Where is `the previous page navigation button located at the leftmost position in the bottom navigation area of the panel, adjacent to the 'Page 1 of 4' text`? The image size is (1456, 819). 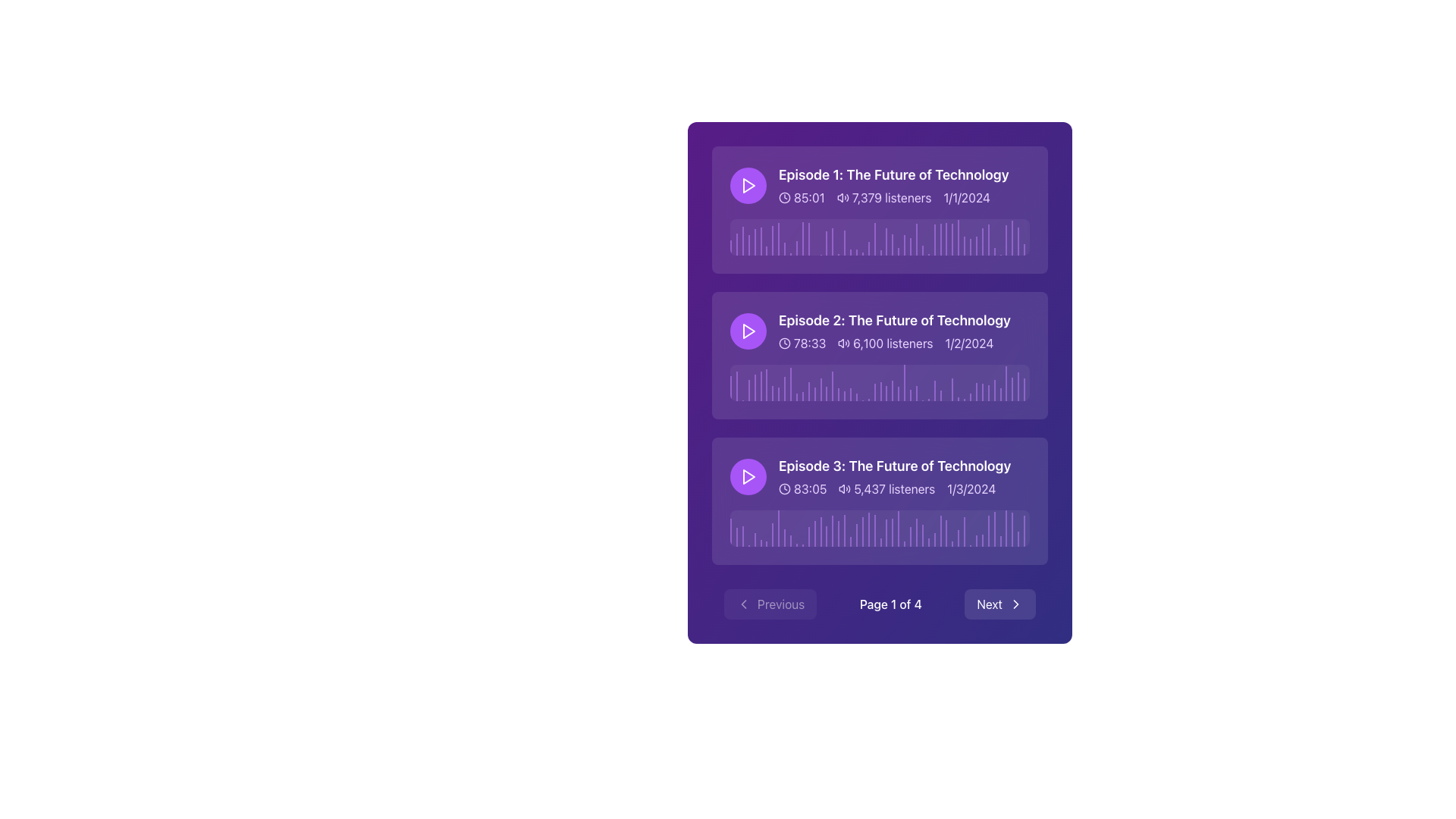 the previous page navigation button located at the leftmost position in the bottom navigation area of the panel, adjacent to the 'Page 1 of 4' text is located at coordinates (770, 604).